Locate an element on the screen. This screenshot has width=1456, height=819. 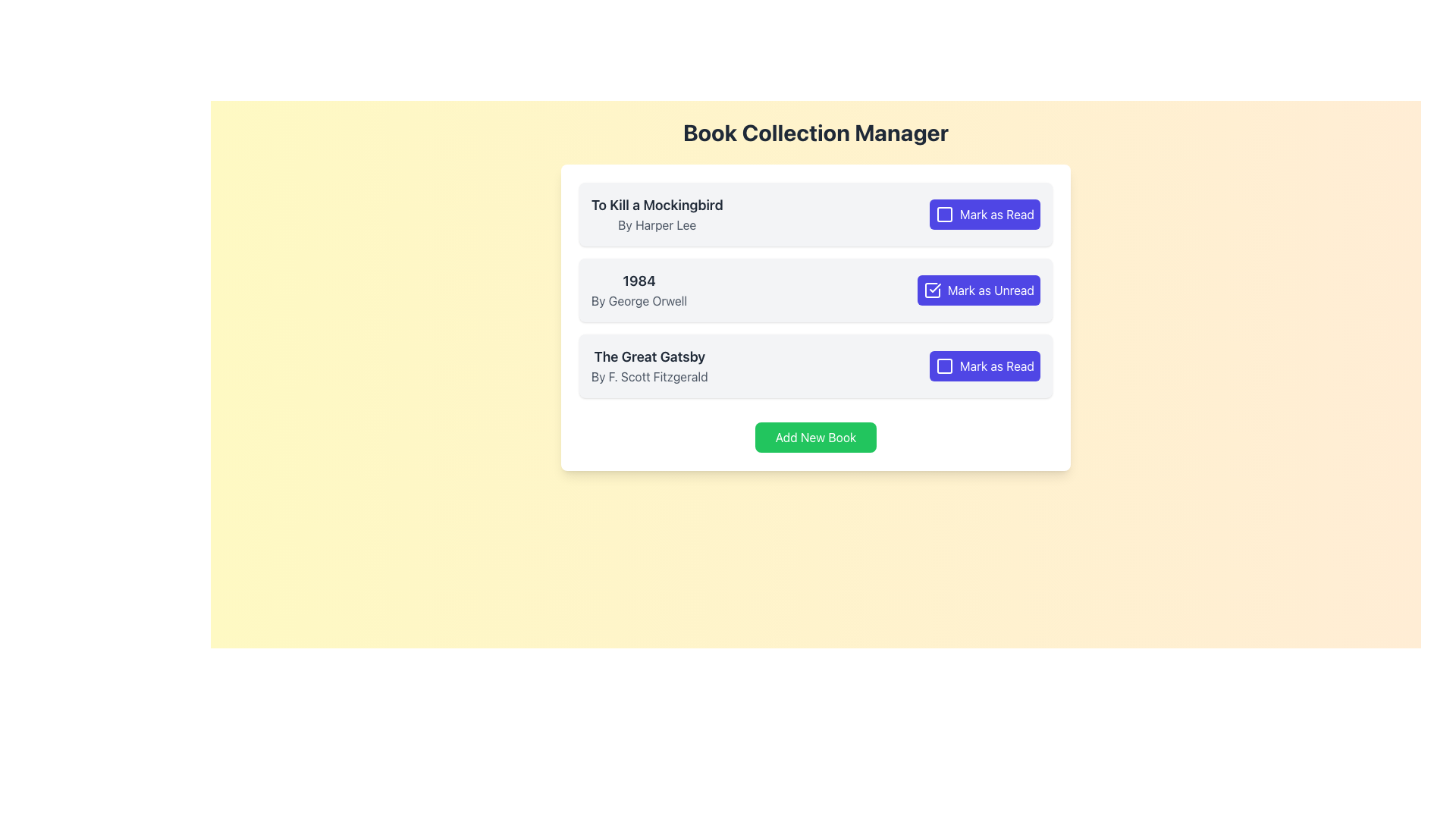
the text label indicating to mark the associated book entry '1984' as unread, located in the second row of the book list is located at coordinates (990, 290).